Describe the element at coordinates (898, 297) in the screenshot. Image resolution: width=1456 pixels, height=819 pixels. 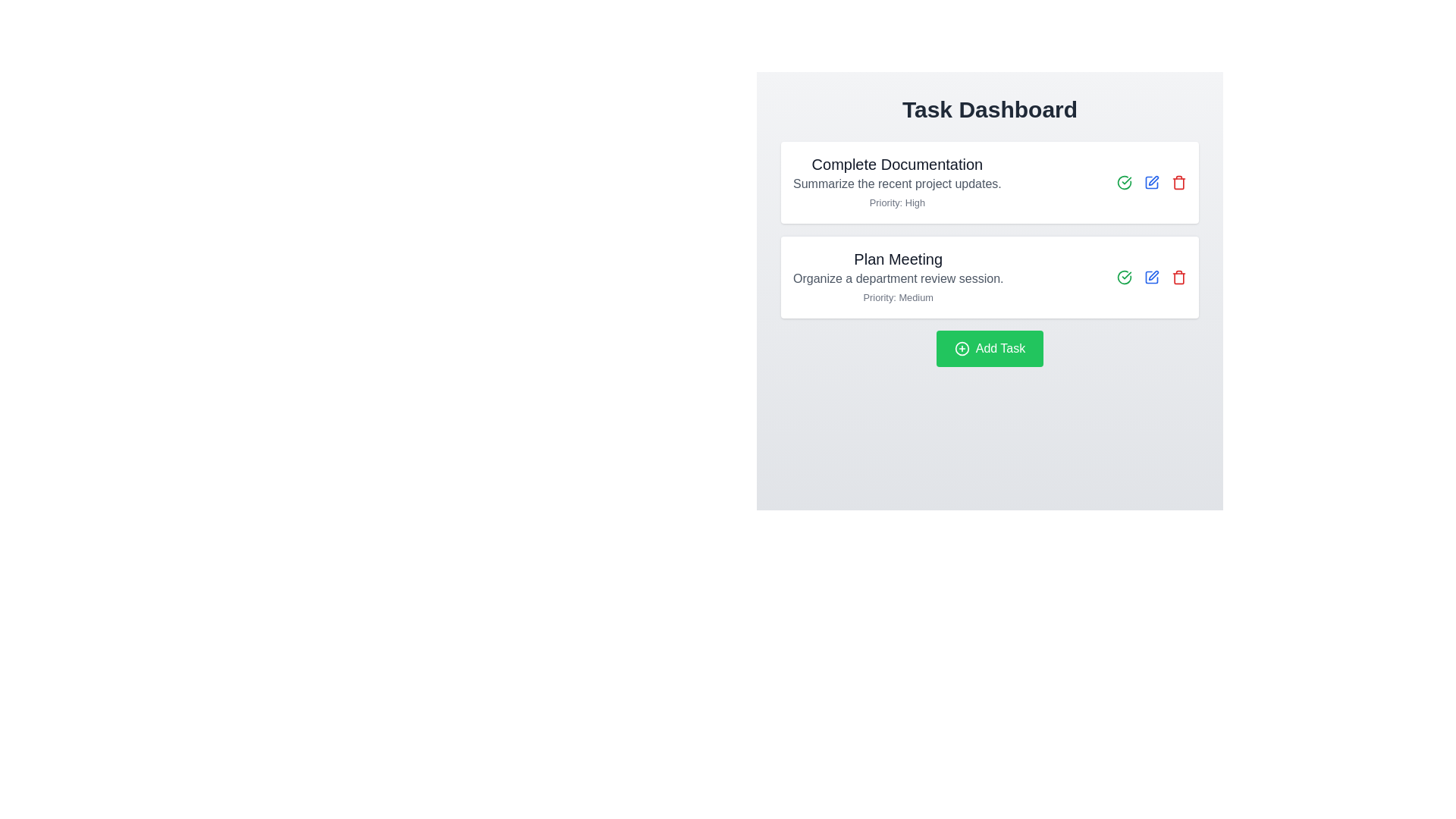
I see `the priority level label located at the bottom of the 'Plan Meeting' task card` at that location.